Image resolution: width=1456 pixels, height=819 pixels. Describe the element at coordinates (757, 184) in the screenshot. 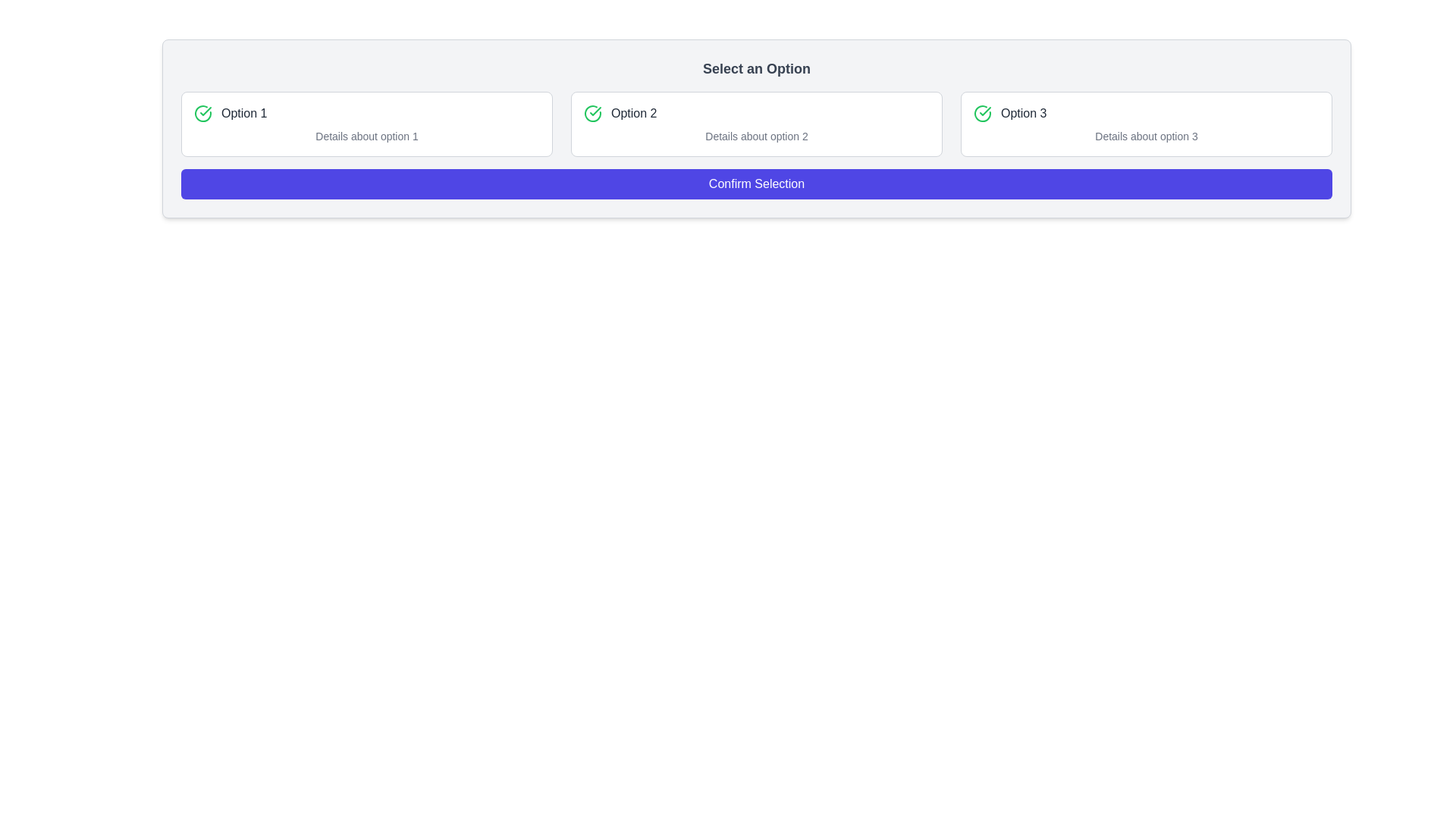

I see `the large 'Confirm Selection' button with a dark blue background` at that location.